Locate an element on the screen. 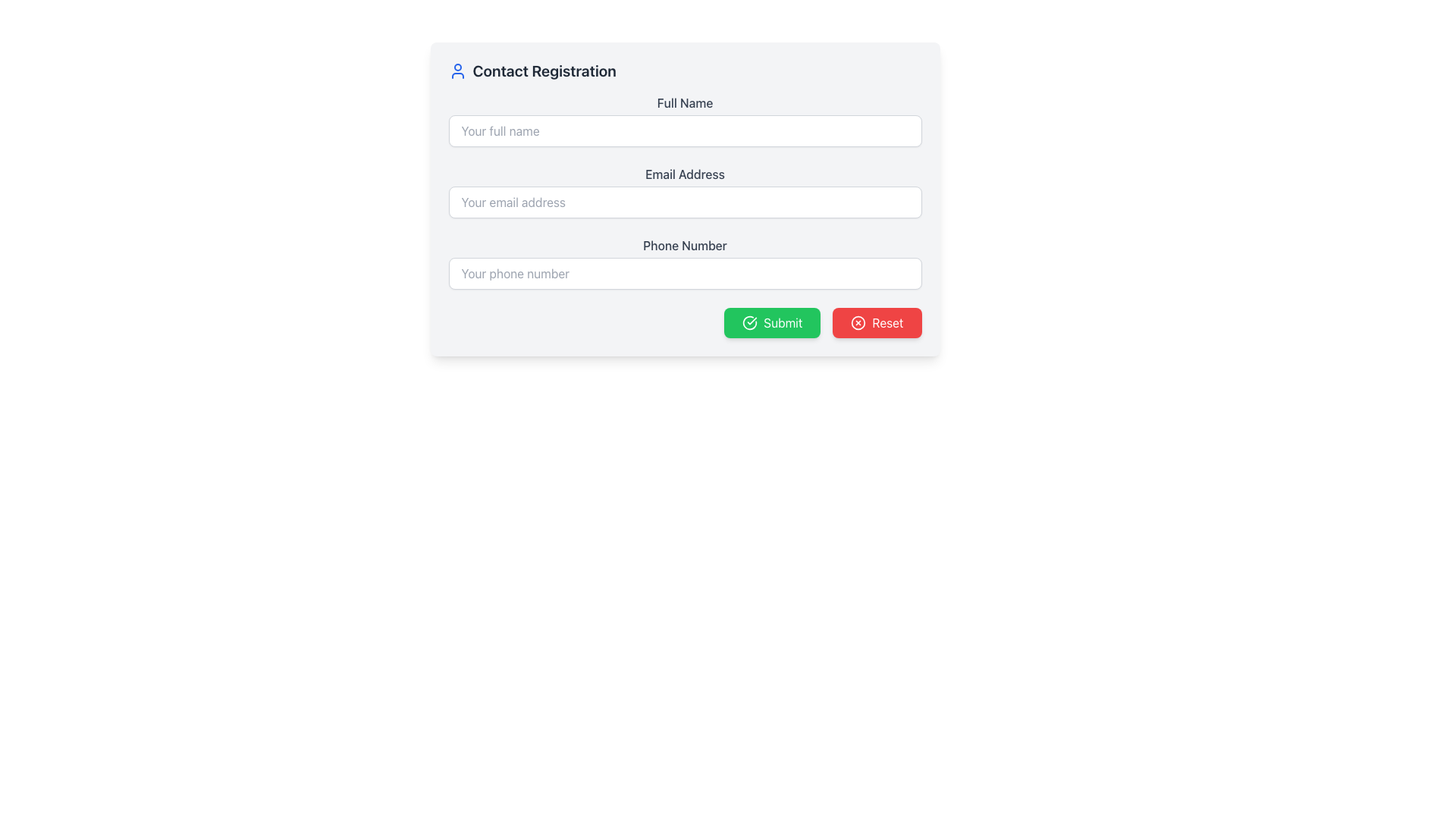 The width and height of the screenshot is (1456, 819). the red rectangular 'Reset' button with rounded corners is located at coordinates (877, 322).